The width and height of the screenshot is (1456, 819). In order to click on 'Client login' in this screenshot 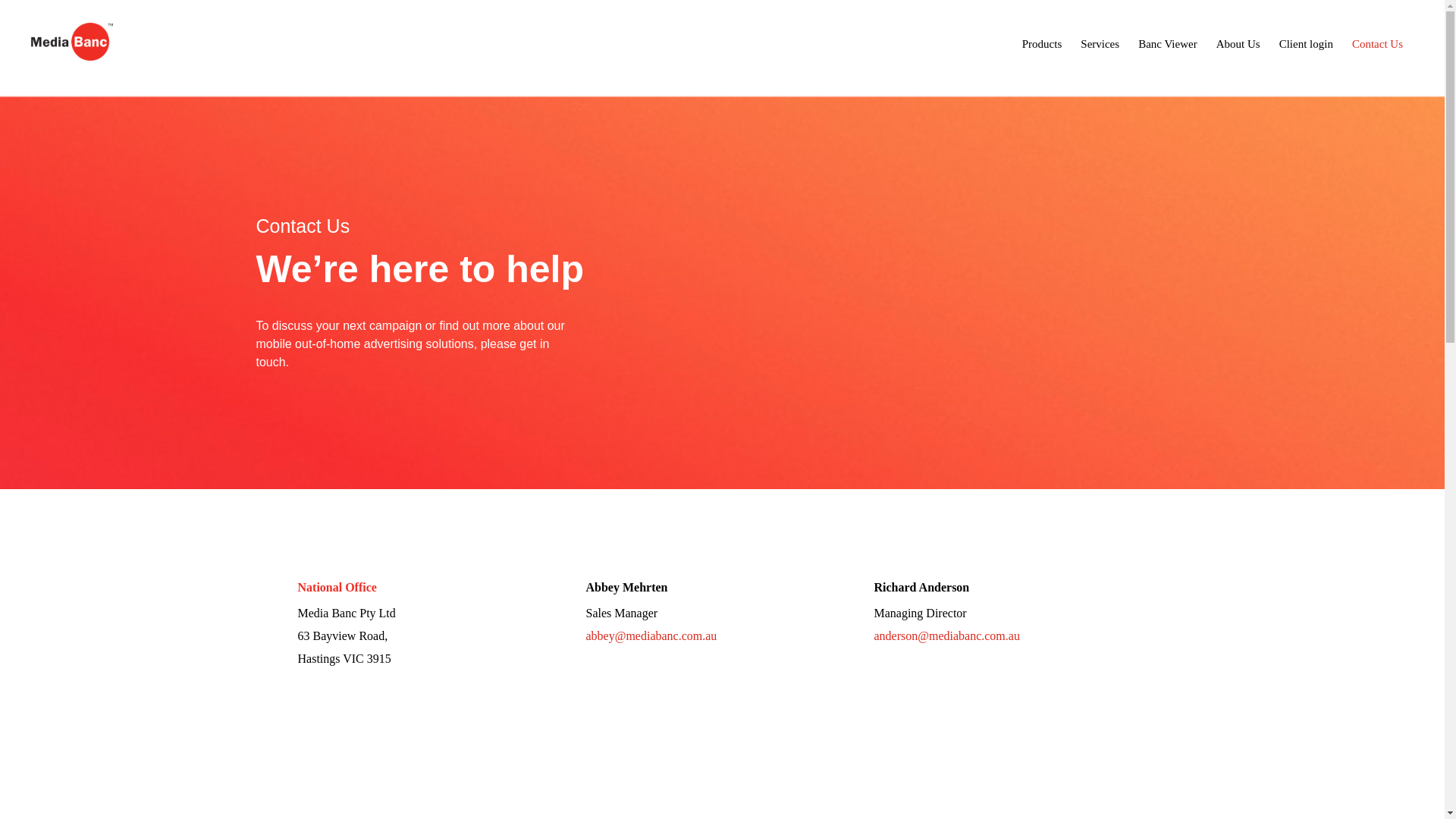, I will do `click(1305, 42)`.